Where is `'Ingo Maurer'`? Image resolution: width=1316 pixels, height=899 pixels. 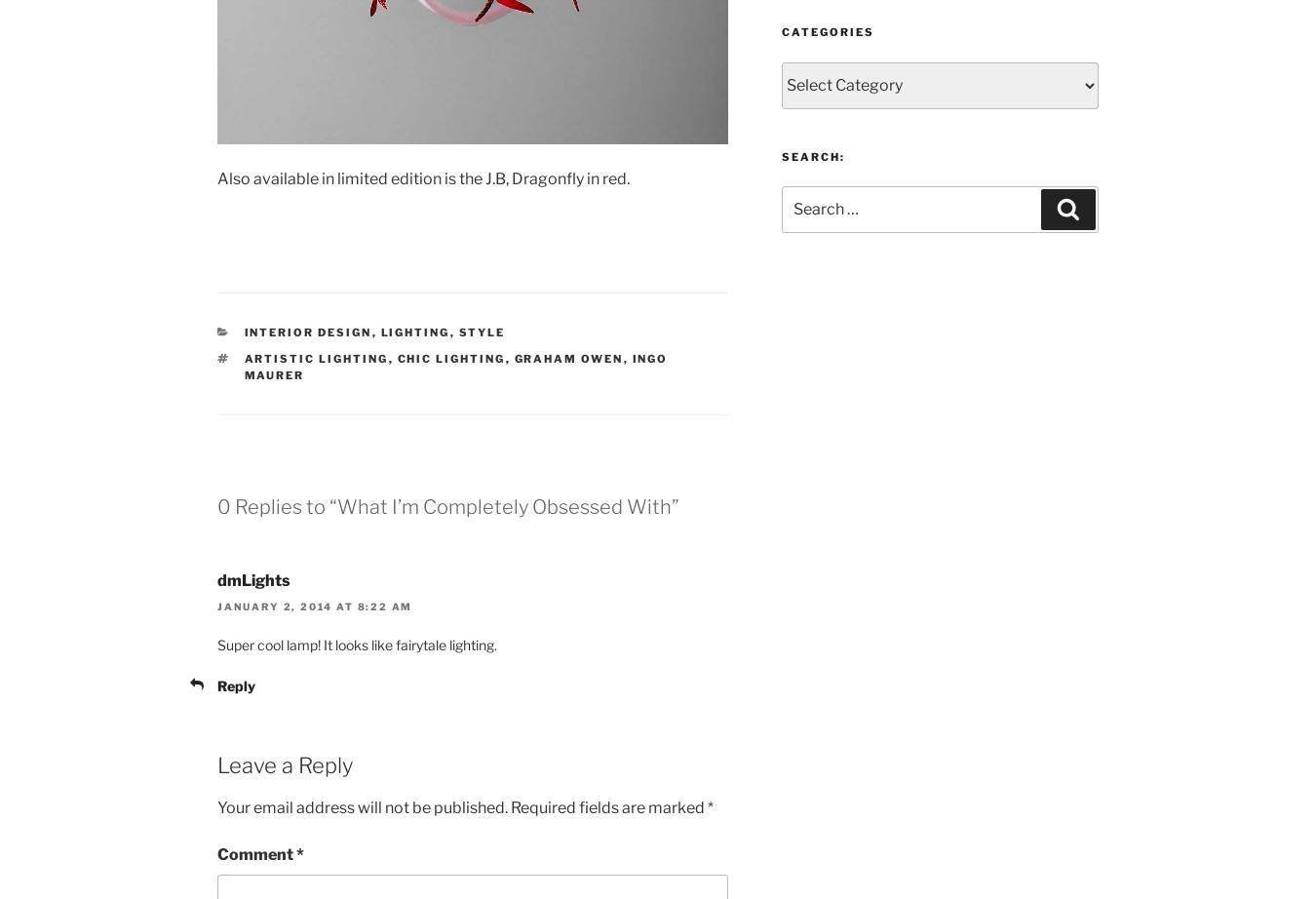
'Ingo Maurer' is located at coordinates (454, 365).